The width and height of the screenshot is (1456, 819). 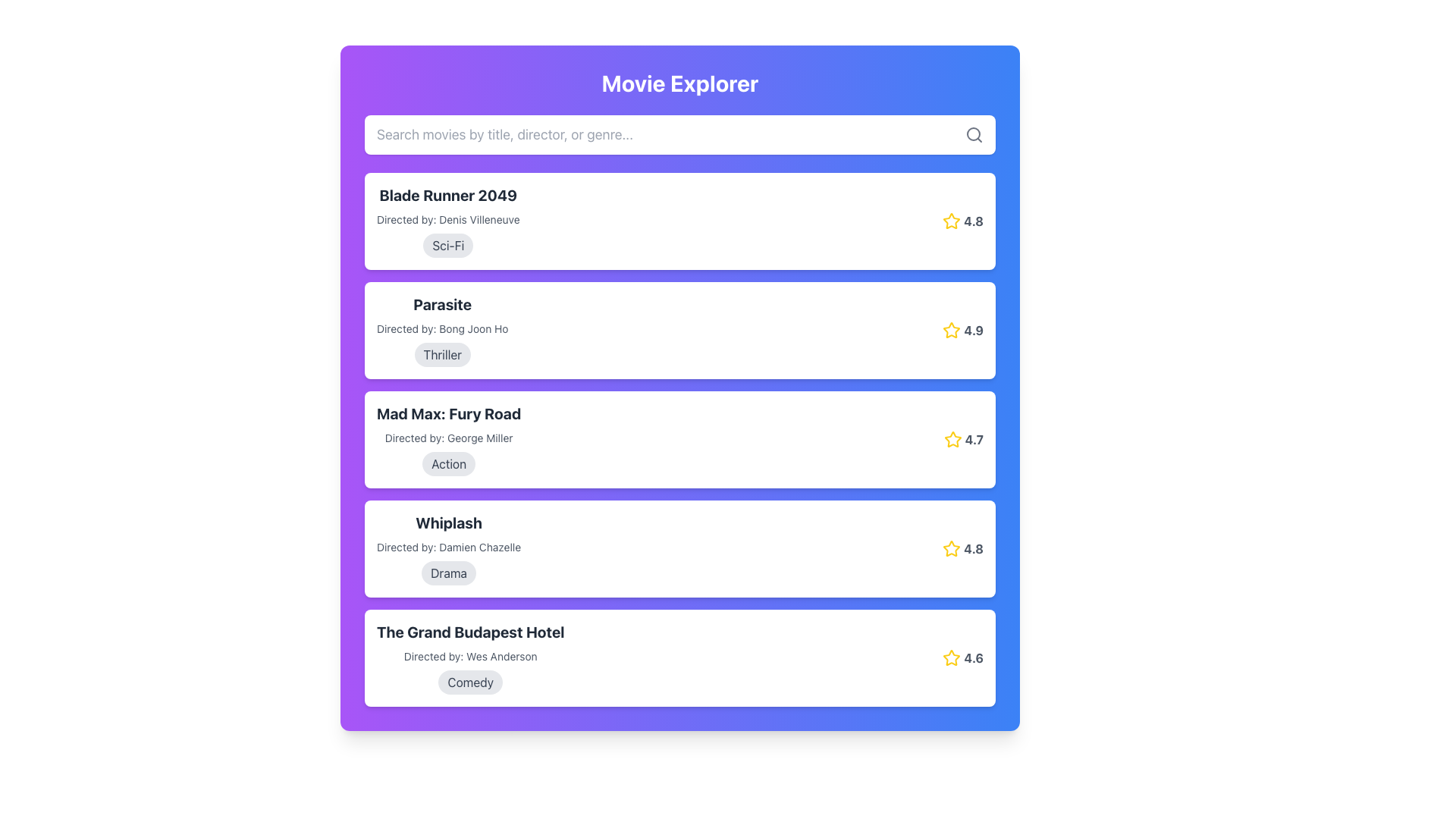 I want to click on the star-shaped icon with a yellow outline located next to the rating '4.7' for the movie 'Mad Max: Fury Road', so click(x=952, y=439).